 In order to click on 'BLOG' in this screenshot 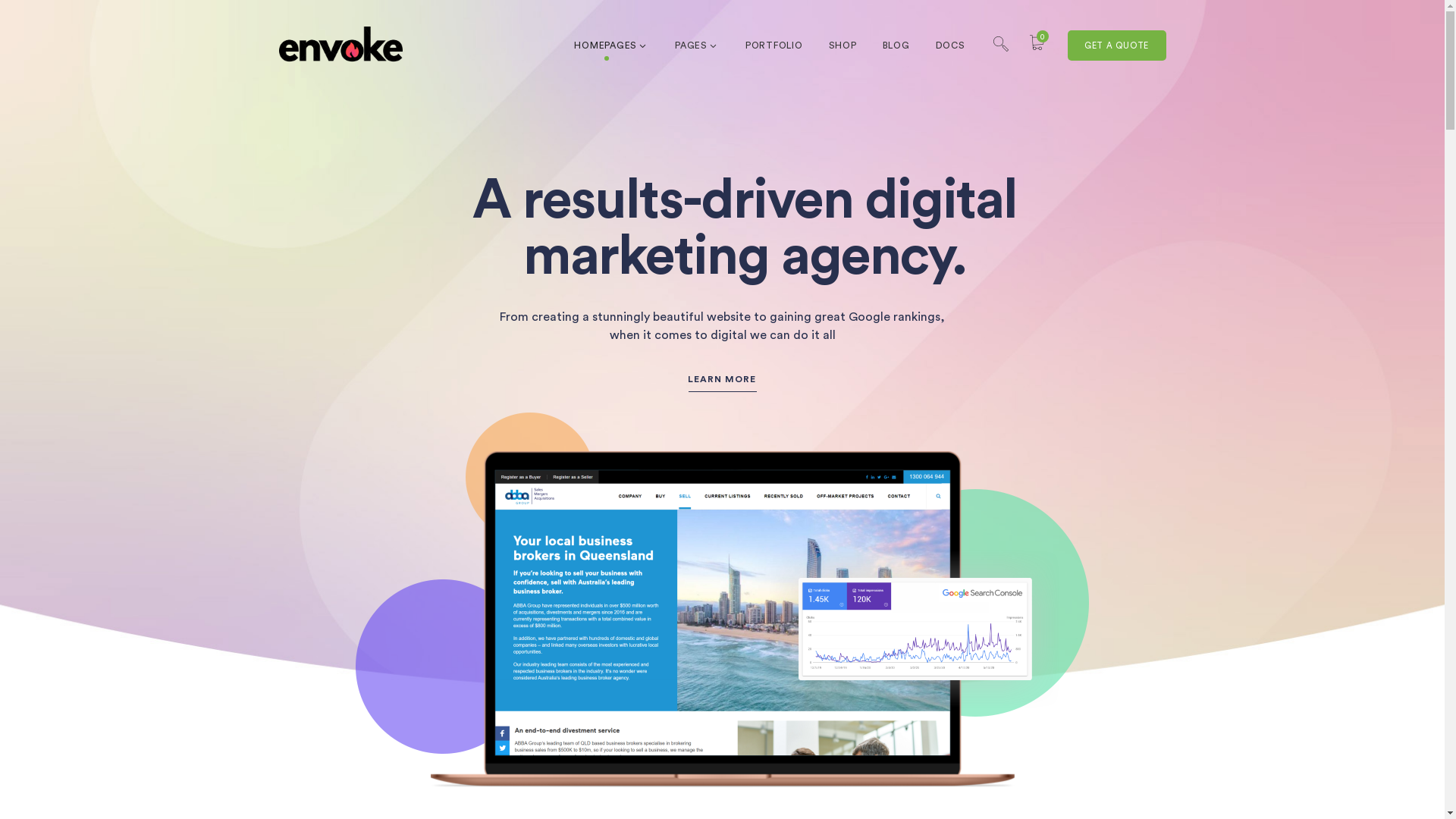, I will do `click(896, 45)`.